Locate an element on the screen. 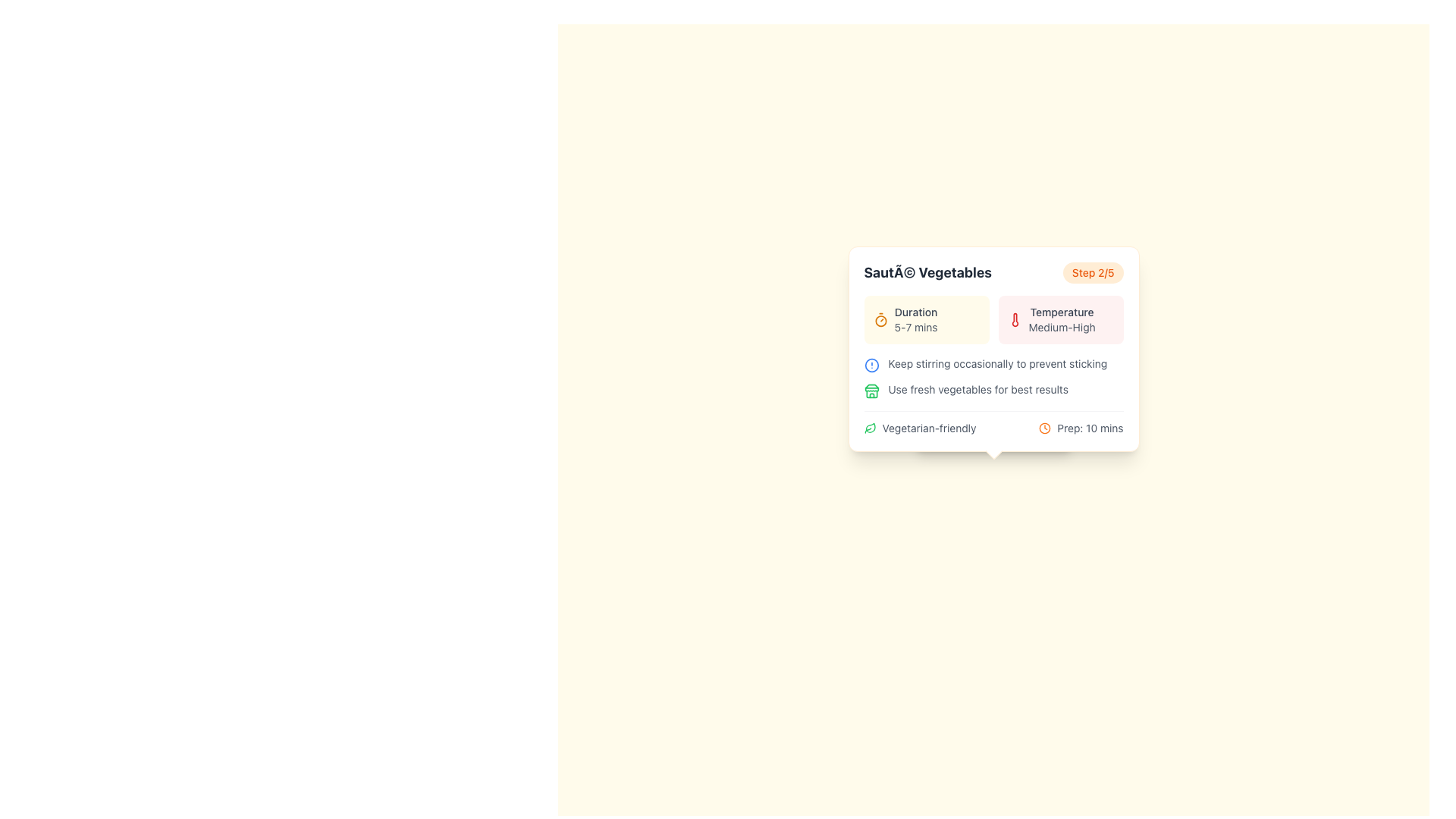 The width and height of the screenshot is (1456, 819). the middle of the chef's hat icon located in the bottom-left corner of the cooking steps card, which indicates 'Vegetarian friendly' is located at coordinates (937, 433).